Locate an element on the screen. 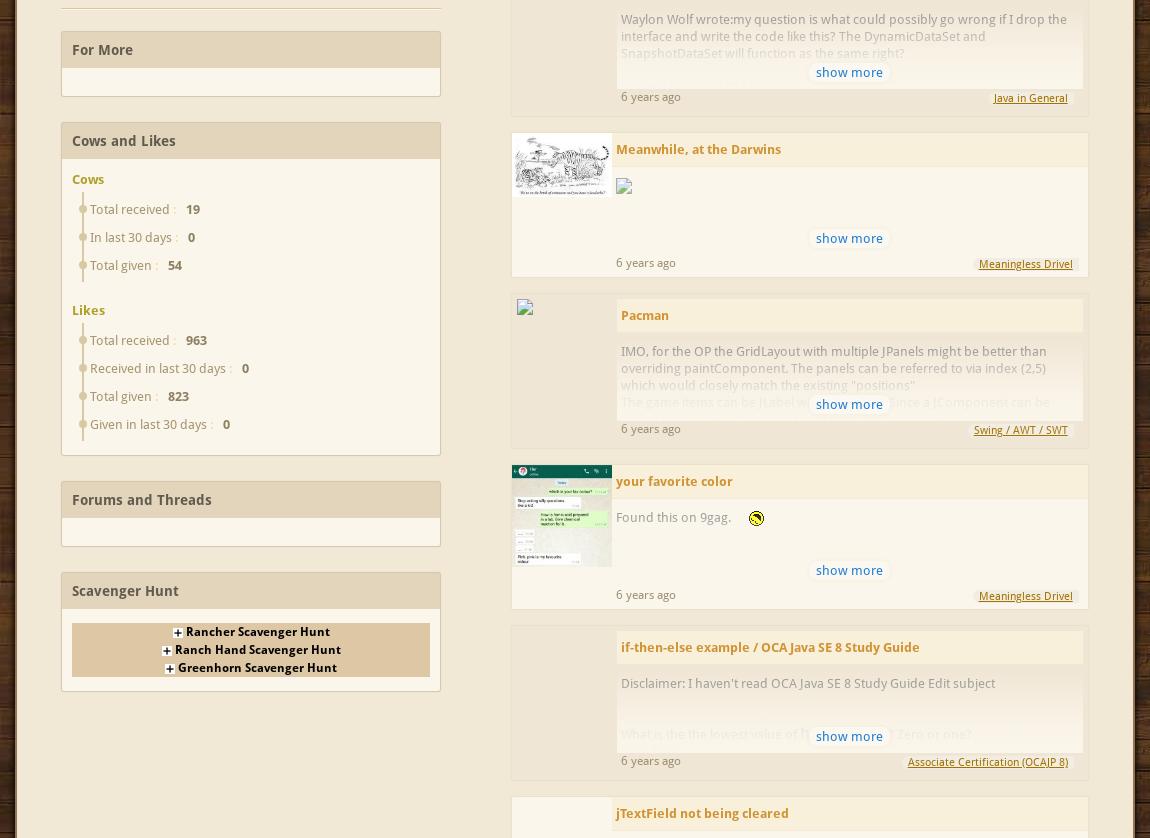 The height and width of the screenshot is (838, 1150). 'Cows and Likes' is located at coordinates (122, 140).